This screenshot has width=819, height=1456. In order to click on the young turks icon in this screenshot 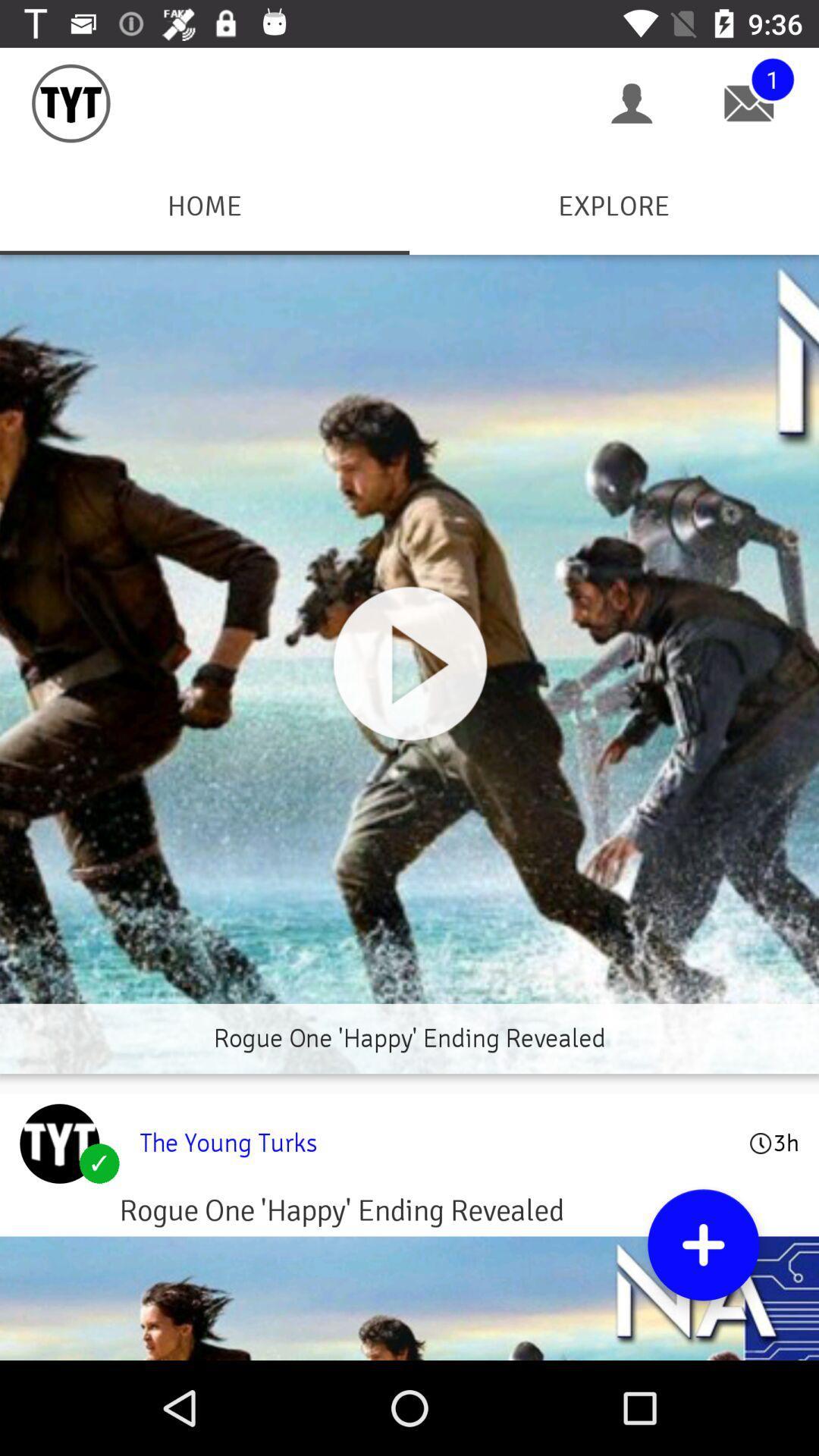, I will do `click(435, 1143)`.